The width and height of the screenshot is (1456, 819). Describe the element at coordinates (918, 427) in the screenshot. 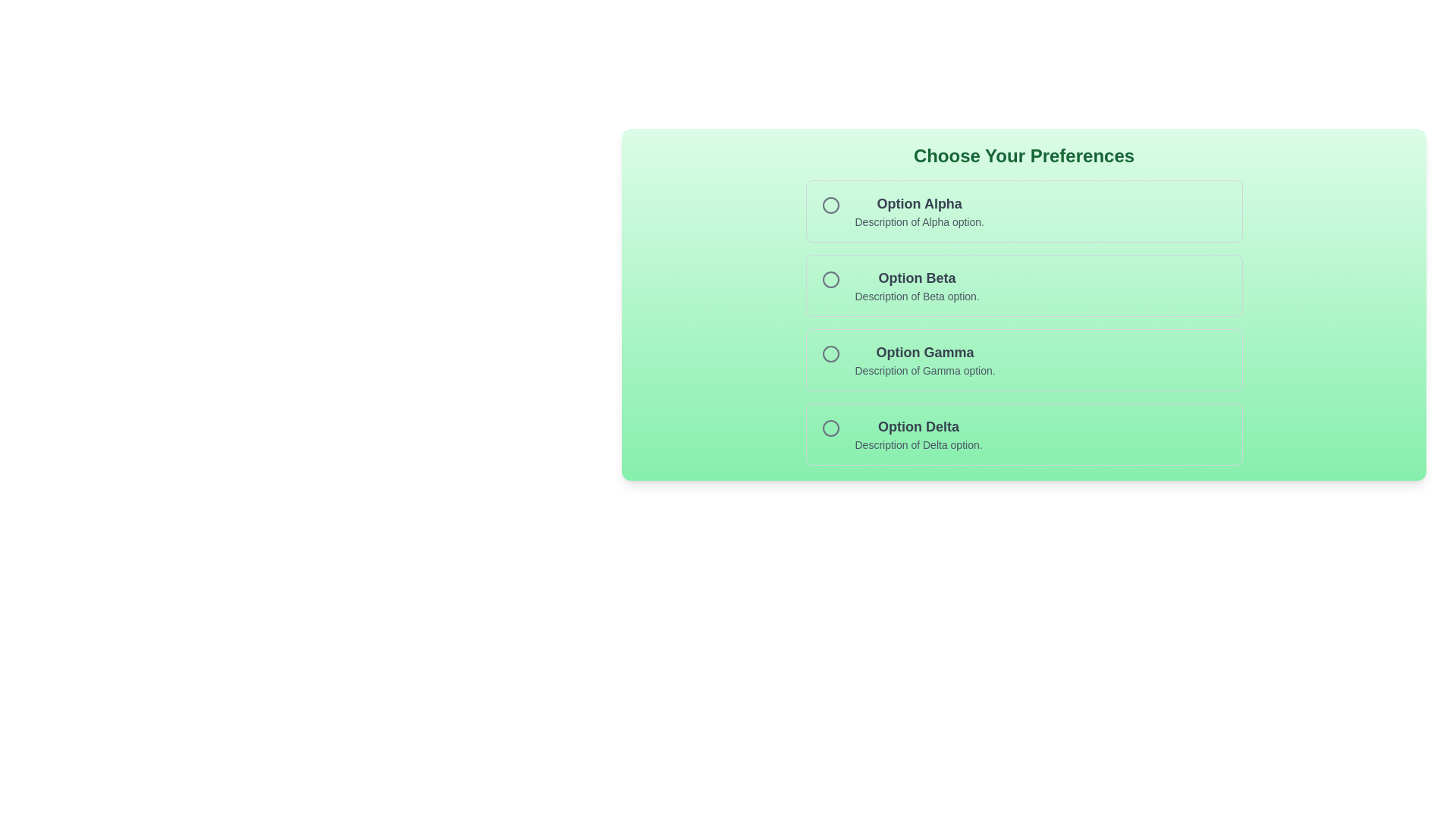

I see `the text label displaying 'Option Delta' which is styled in bold dark gray on a light green background, positioned near the center-right of the interface, as part of the 'Choose Your Preferences' section` at that location.